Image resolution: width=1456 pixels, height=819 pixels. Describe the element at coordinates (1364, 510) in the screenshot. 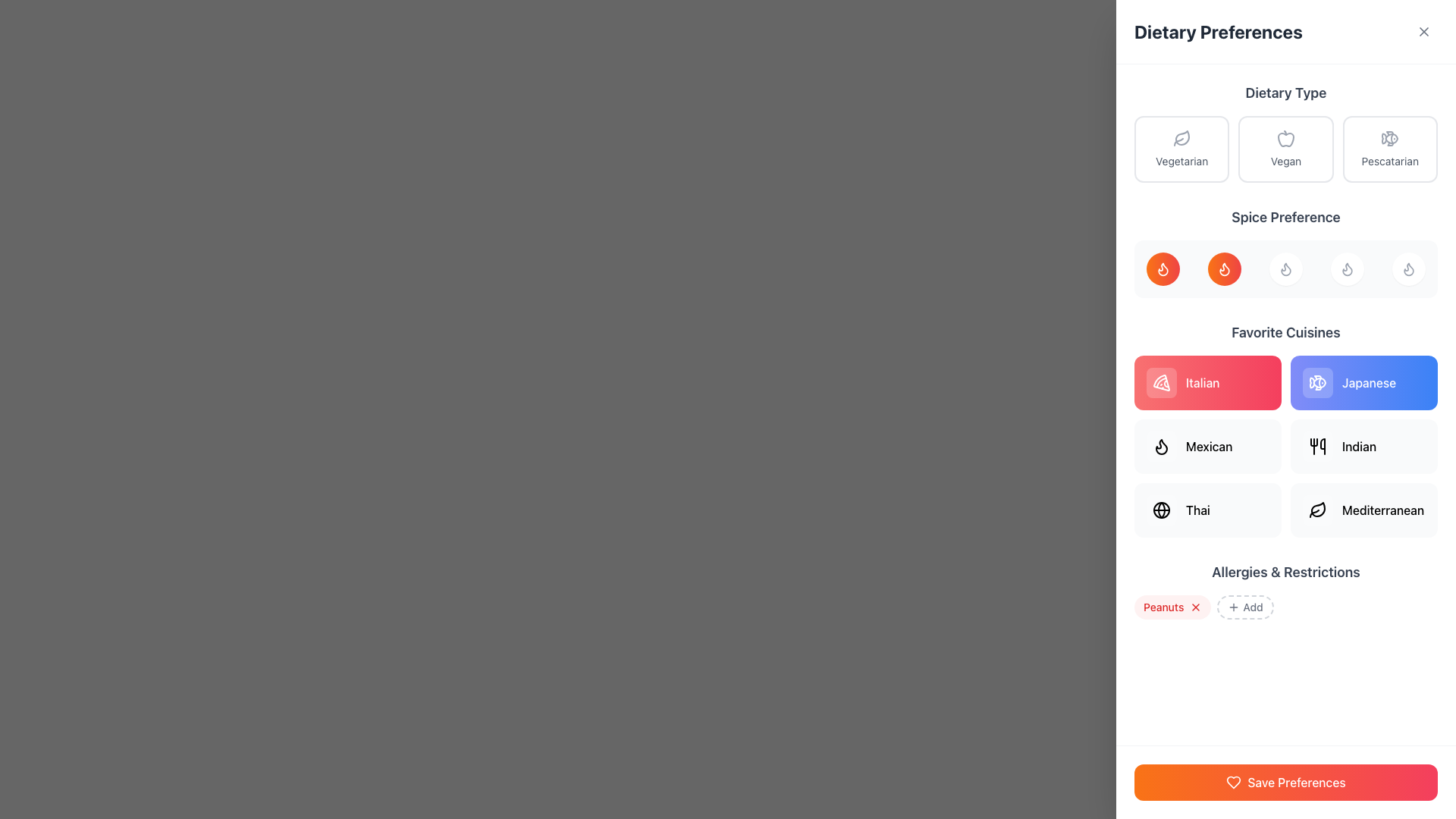

I see `the 'Mediterranean' button, which is a rectangular button with a light gray background and a black leaf icon, located in the 'Favorite Cuisines' grid as the last item in the bottom row` at that location.